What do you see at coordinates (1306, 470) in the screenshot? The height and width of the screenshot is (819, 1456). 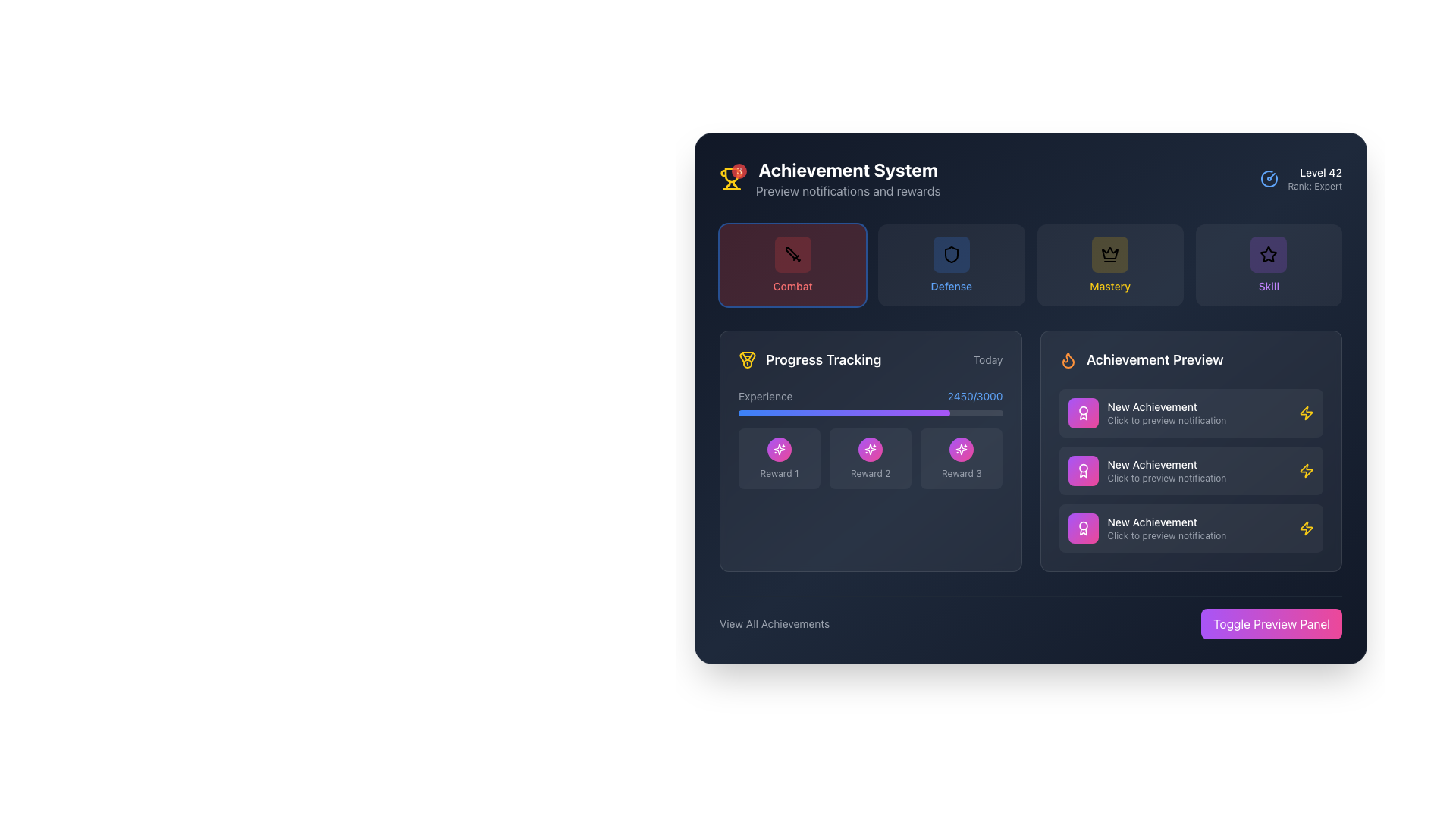 I see `the small, lightning bolt-shaped yellow icon located on the extreme right side of the 'New Achievement' notification card in the 'Achievement Preview' section` at bounding box center [1306, 470].